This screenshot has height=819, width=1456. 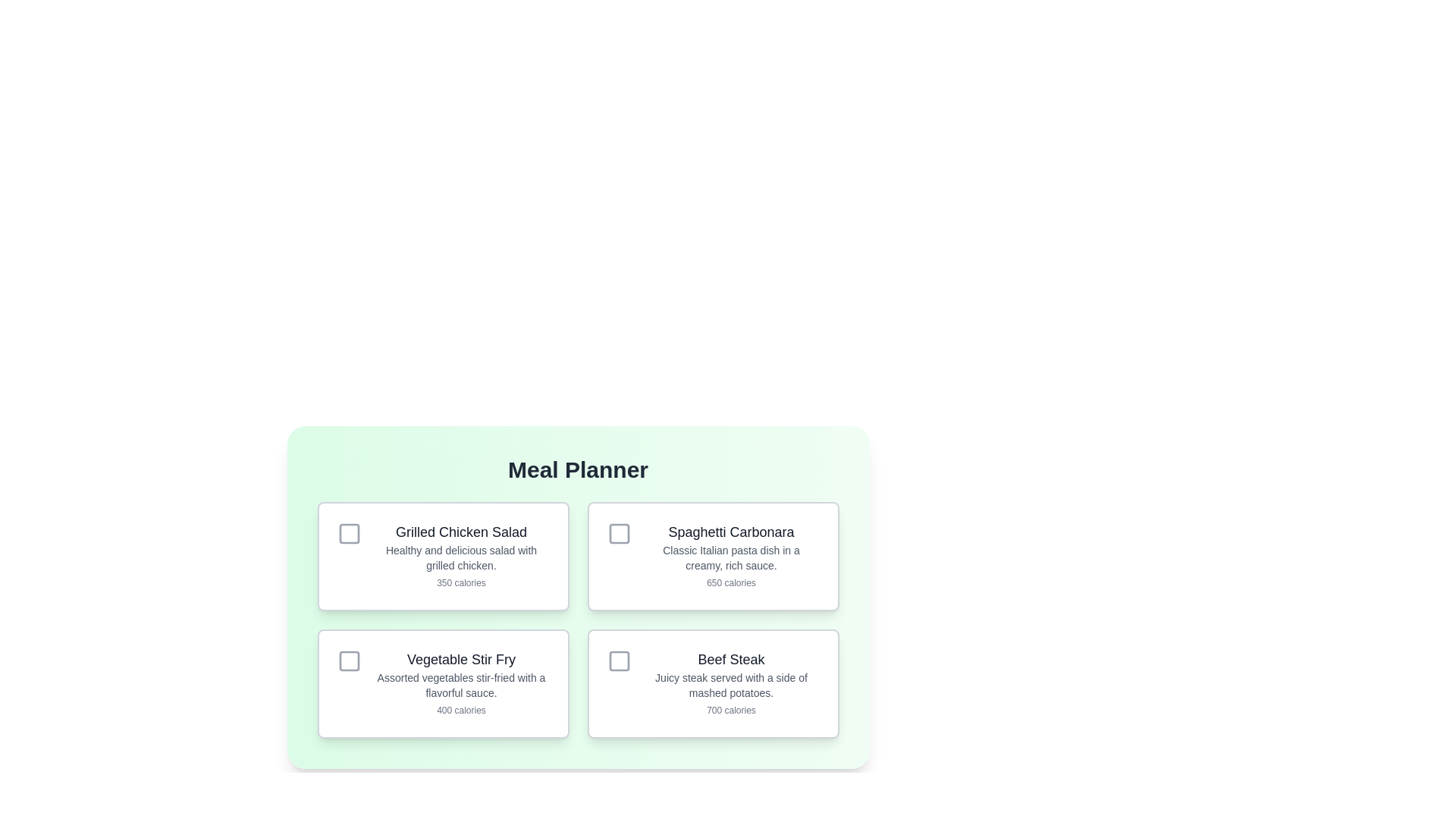 I want to click on descriptive text that says 'Classic Italian pasta dish in a creamy, rich sauce.' which is displayed in gray color and smaller font size, positioned below the title 'Spaghetti Carbonara' in the Meal Planner interface, so click(x=731, y=558).